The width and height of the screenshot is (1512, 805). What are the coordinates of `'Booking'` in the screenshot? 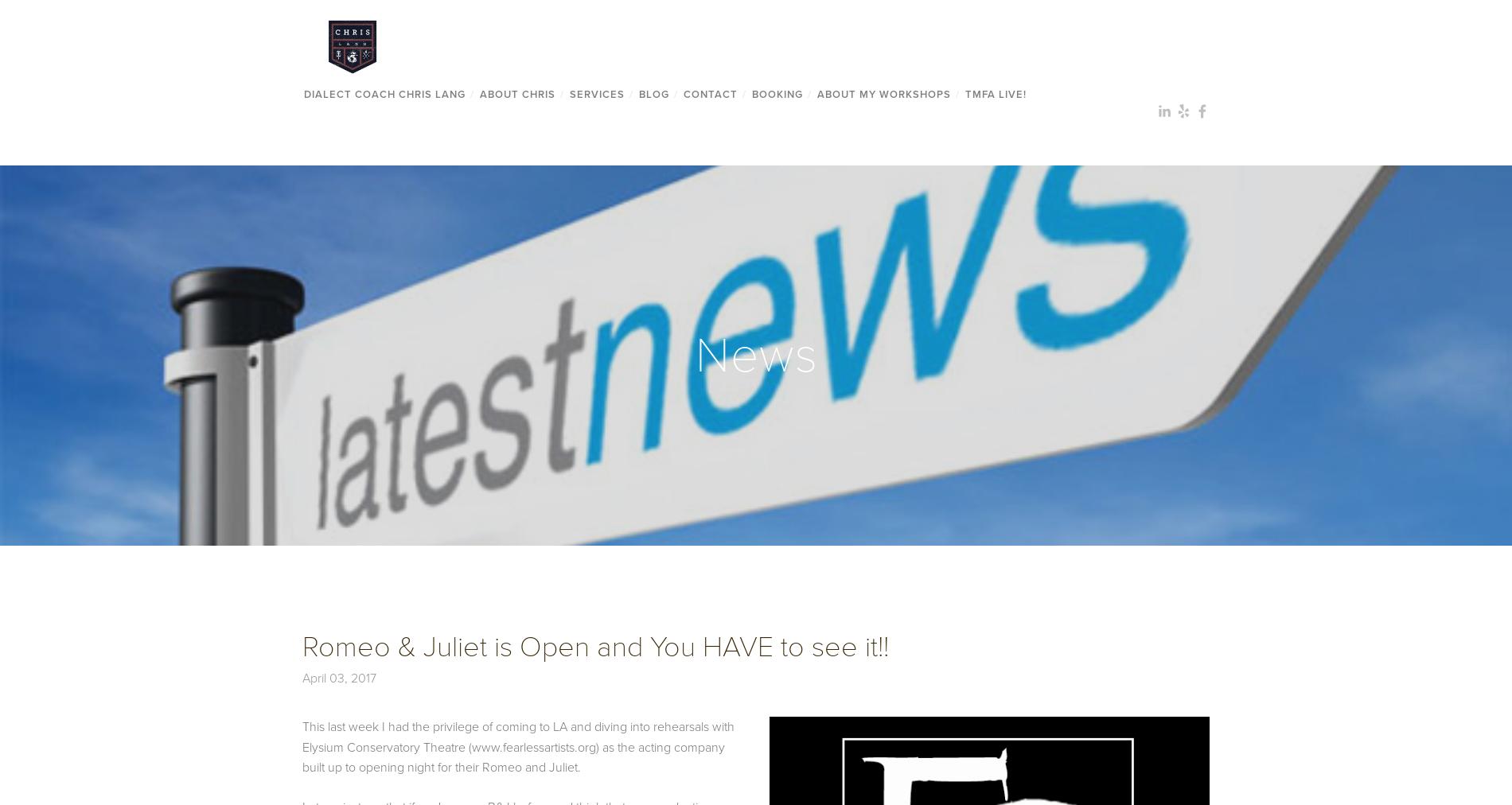 It's located at (777, 92).